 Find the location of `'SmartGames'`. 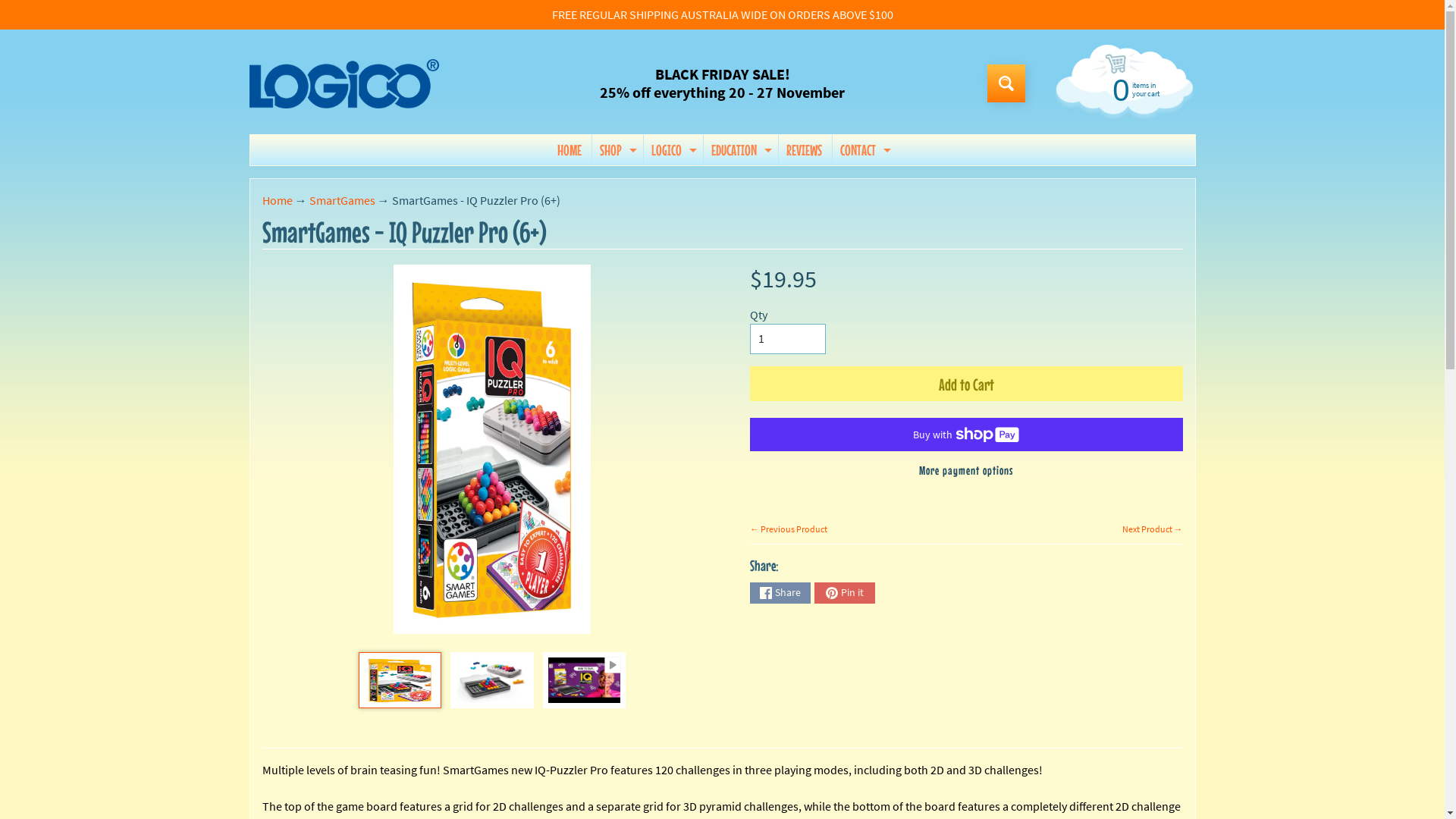

'SmartGames' is located at coordinates (341, 199).